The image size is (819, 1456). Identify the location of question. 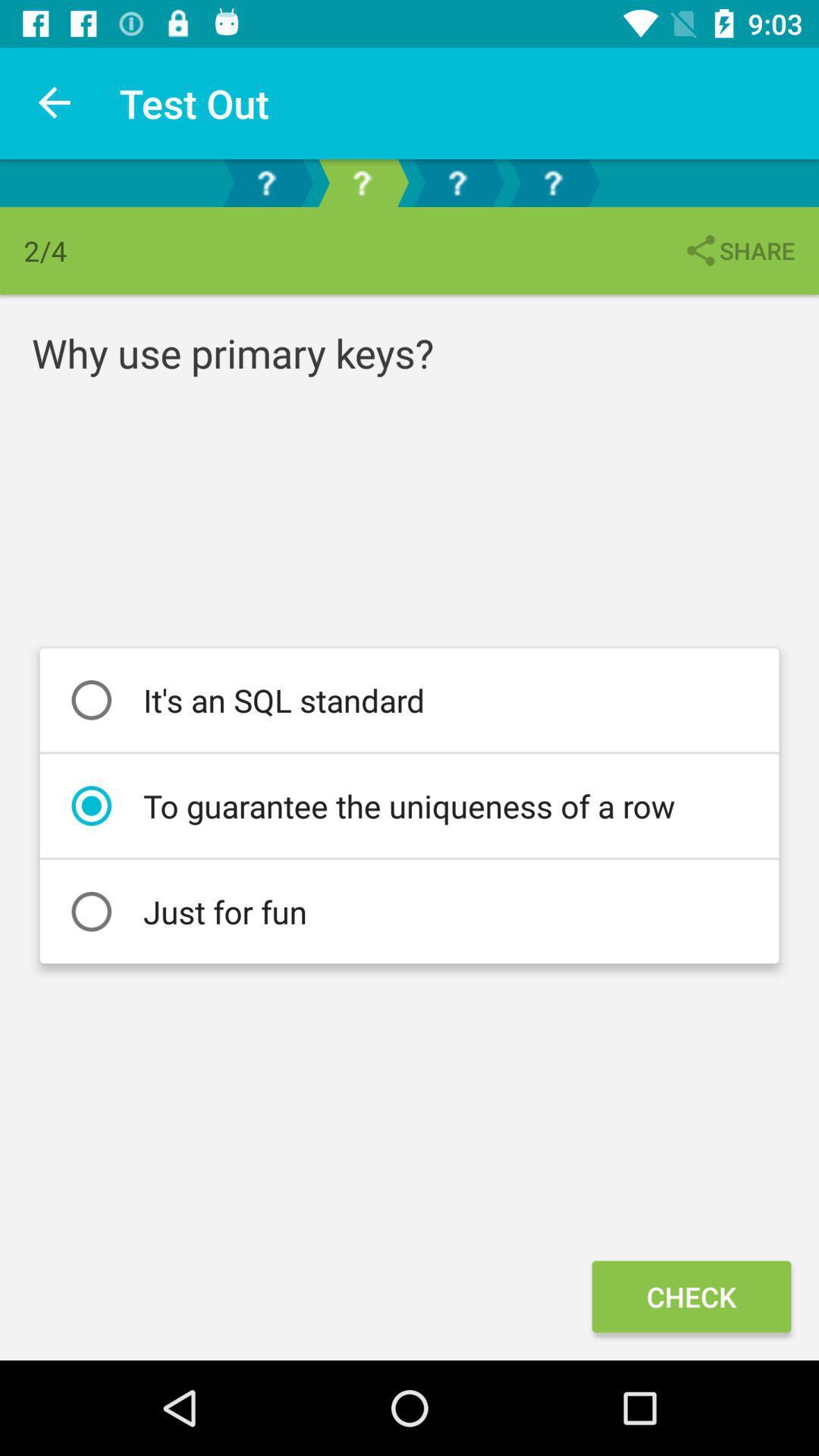
(553, 182).